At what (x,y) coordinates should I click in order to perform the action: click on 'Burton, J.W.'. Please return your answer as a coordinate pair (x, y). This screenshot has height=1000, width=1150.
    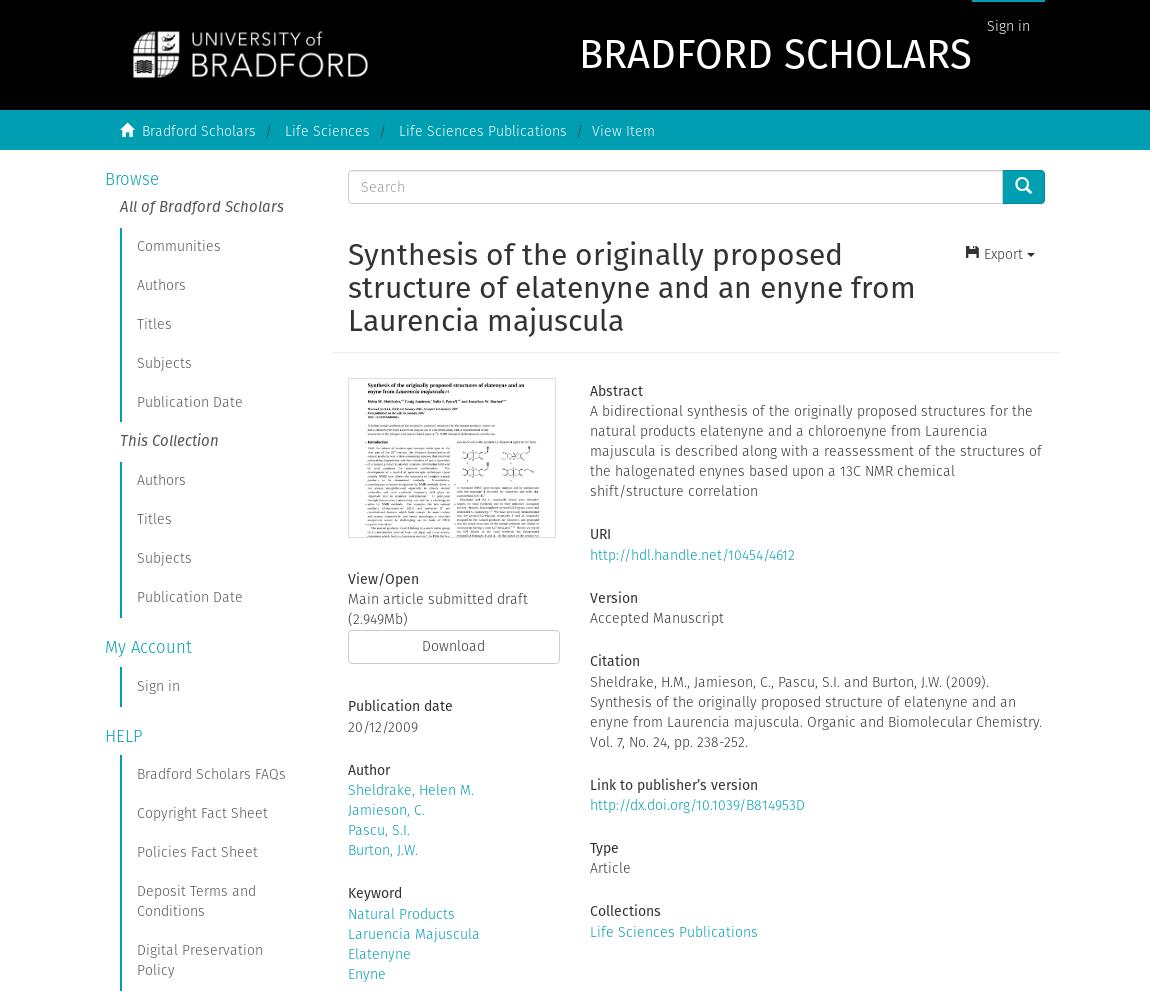
    Looking at the image, I should click on (382, 849).